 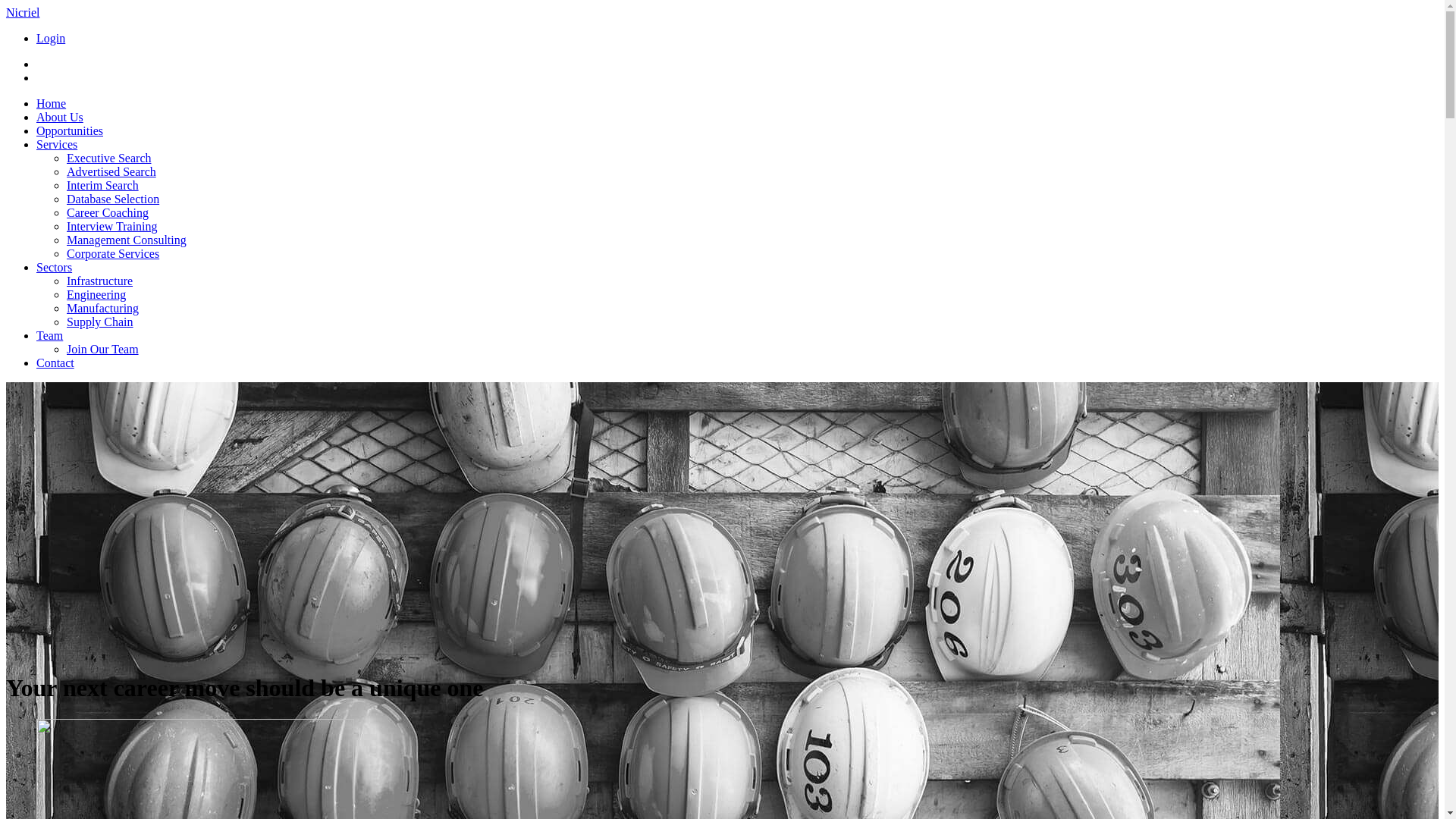 I want to click on 'Contact', so click(x=36, y=362).